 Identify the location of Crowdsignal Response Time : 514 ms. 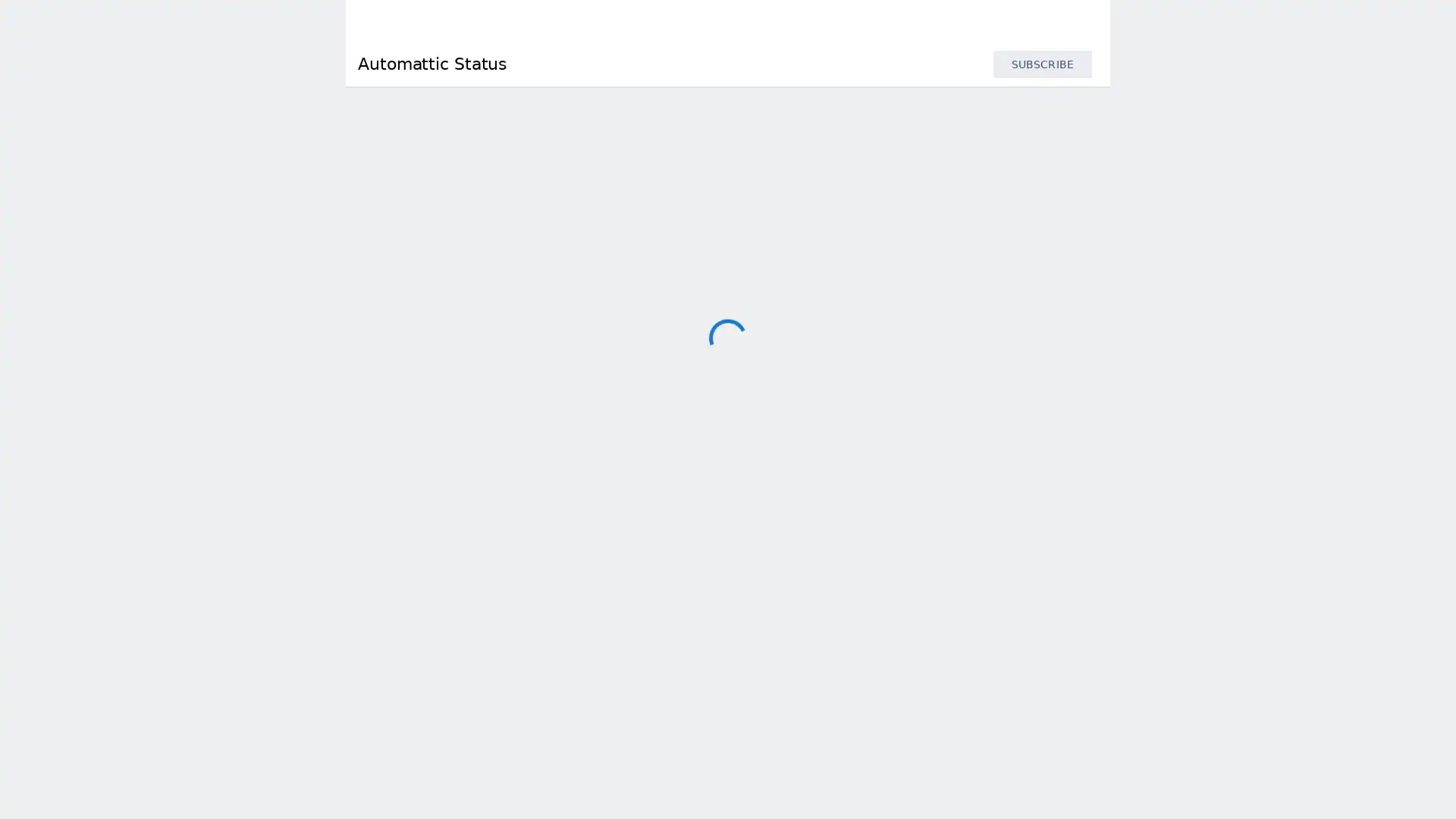
(635, 356).